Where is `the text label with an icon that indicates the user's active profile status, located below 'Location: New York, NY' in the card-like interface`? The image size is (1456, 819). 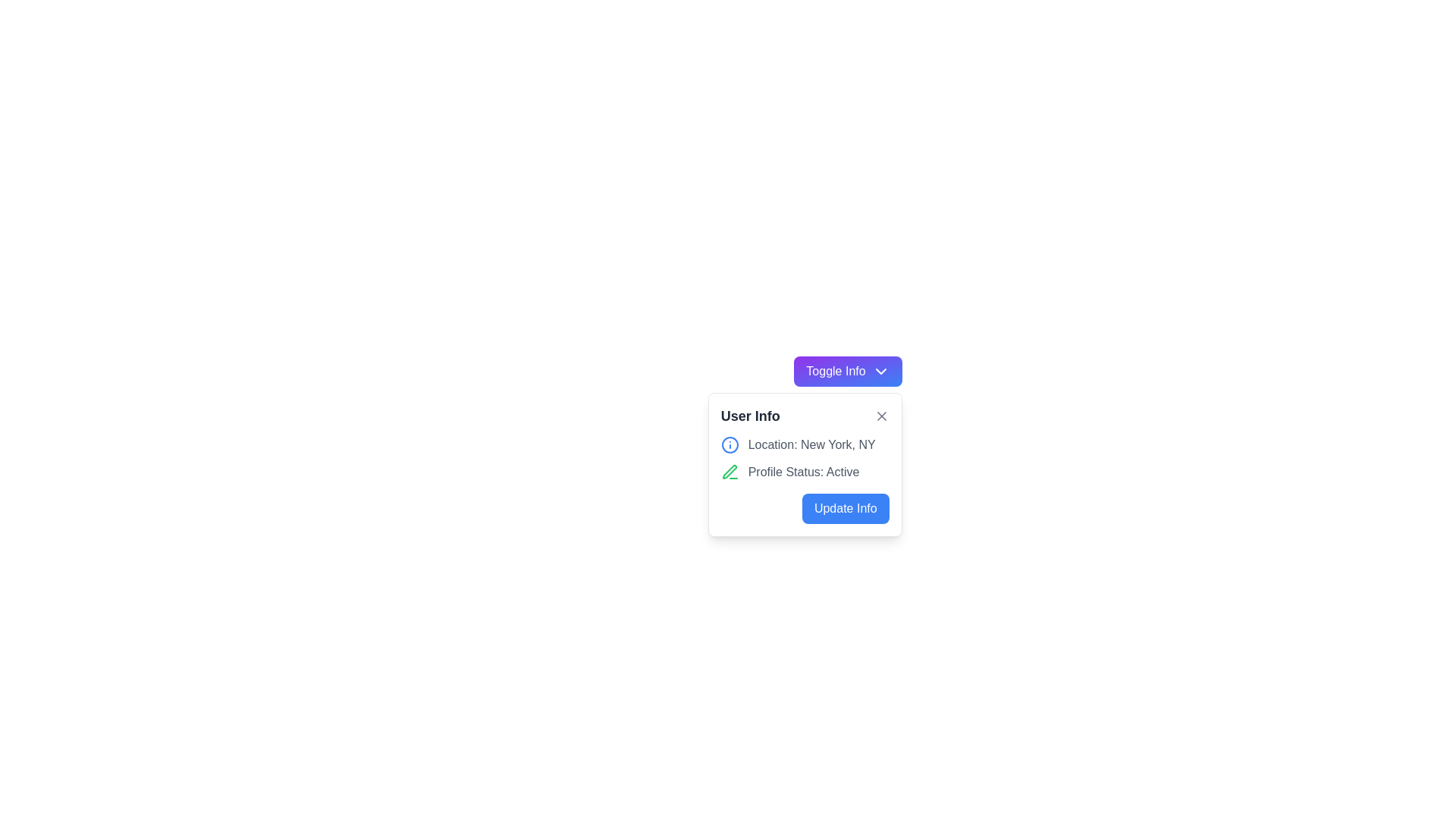 the text label with an icon that indicates the user's active profile status, located below 'Location: New York, NY' in the card-like interface is located at coordinates (804, 472).